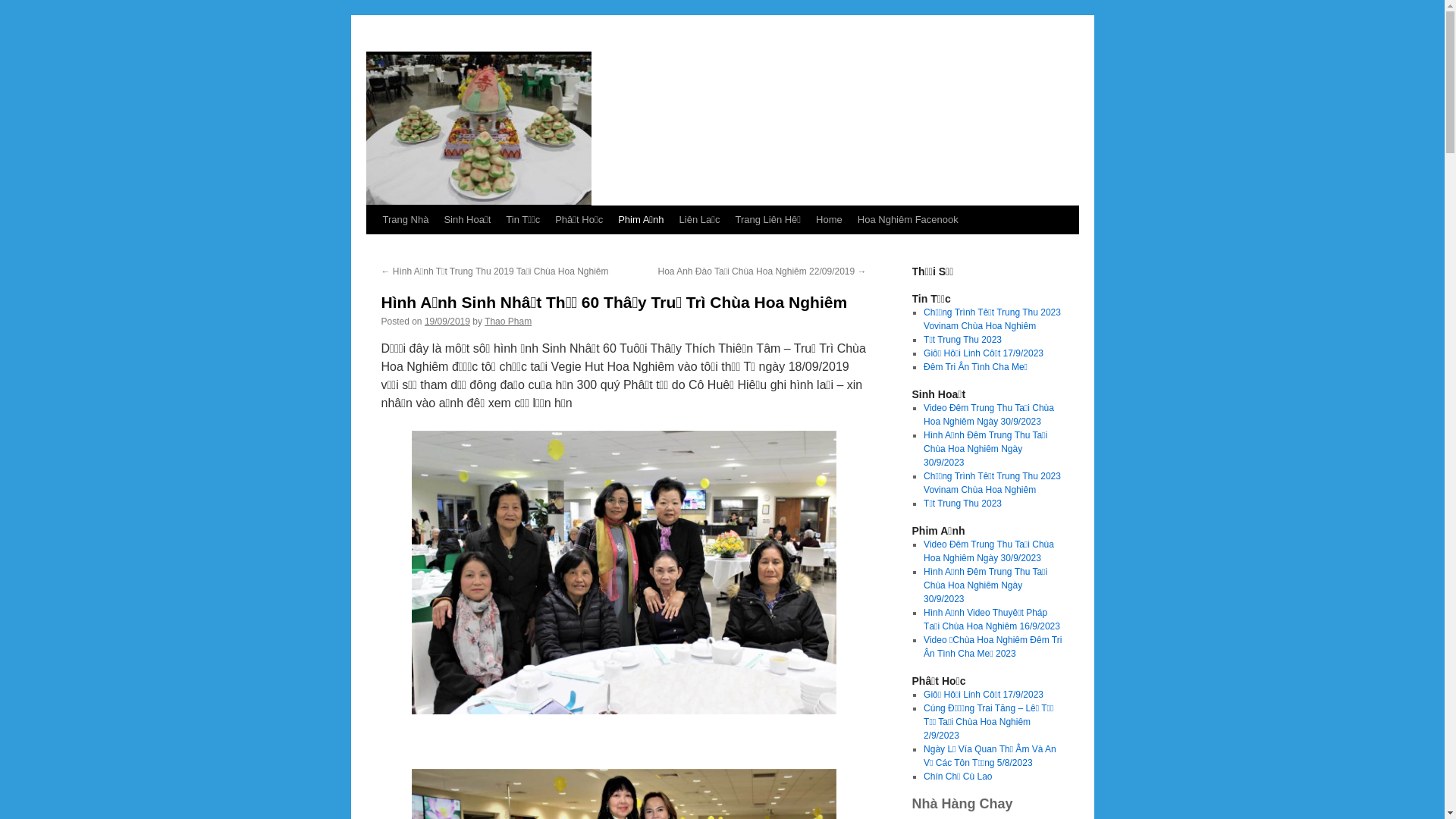  Describe the element at coordinates (828, 219) in the screenshot. I see `'Home'` at that location.